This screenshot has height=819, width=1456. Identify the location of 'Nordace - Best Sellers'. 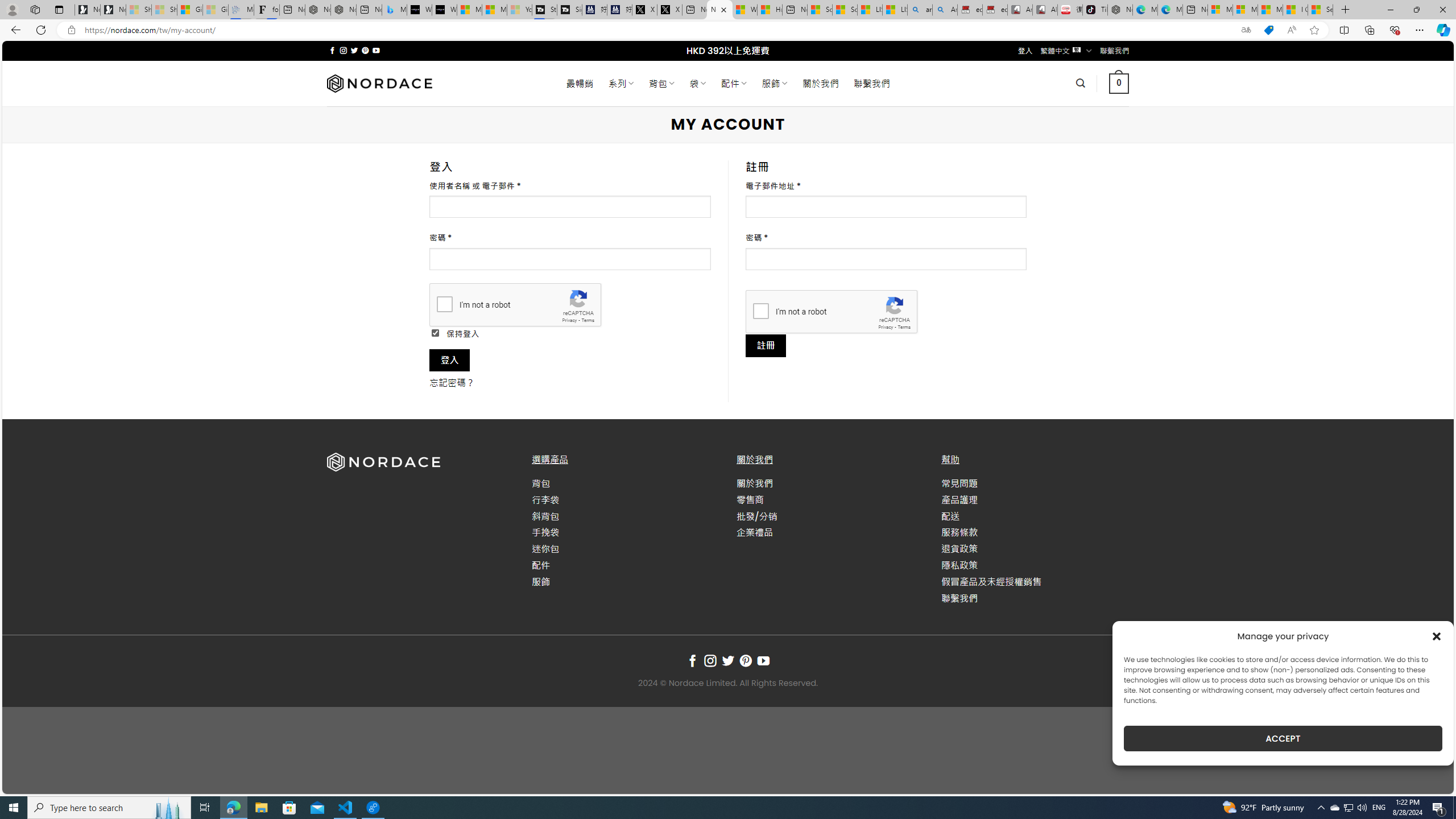
(1119, 9).